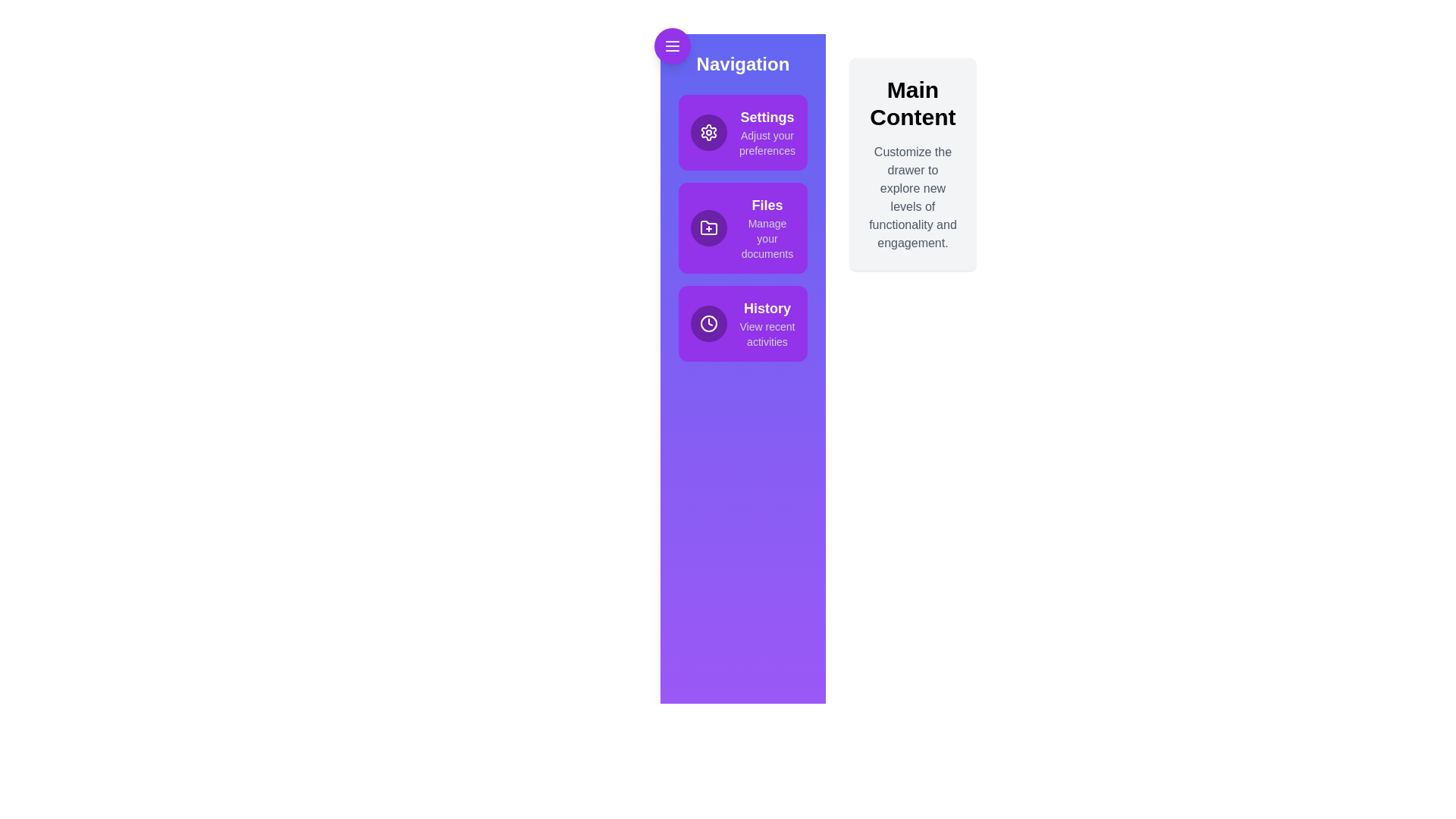  Describe the element at coordinates (742, 131) in the screenshot. I see `the menu item Settings to observe its hover effect` at that location.